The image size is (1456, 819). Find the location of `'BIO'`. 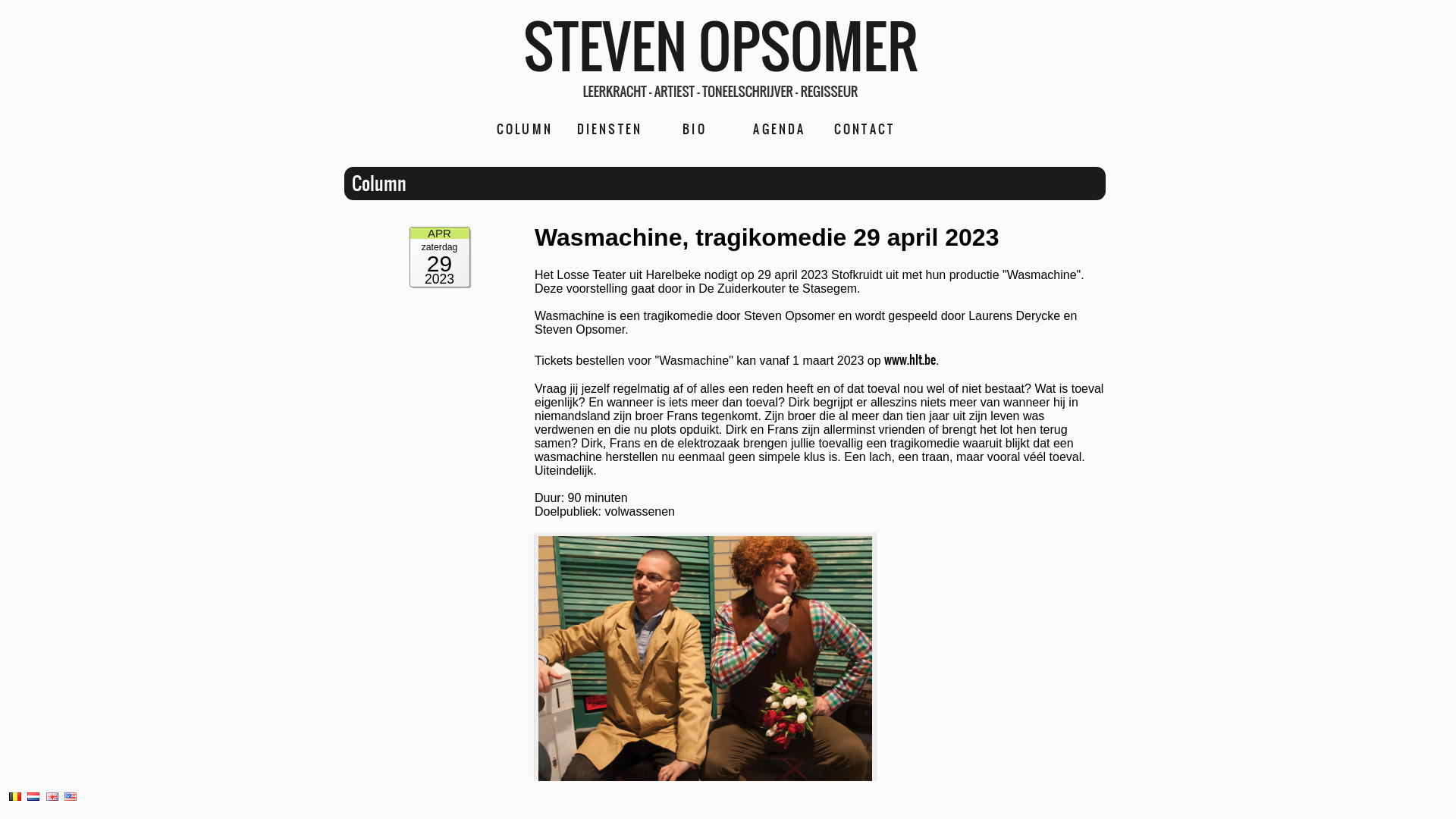

'BIO' is located at coordinates (694, 127).